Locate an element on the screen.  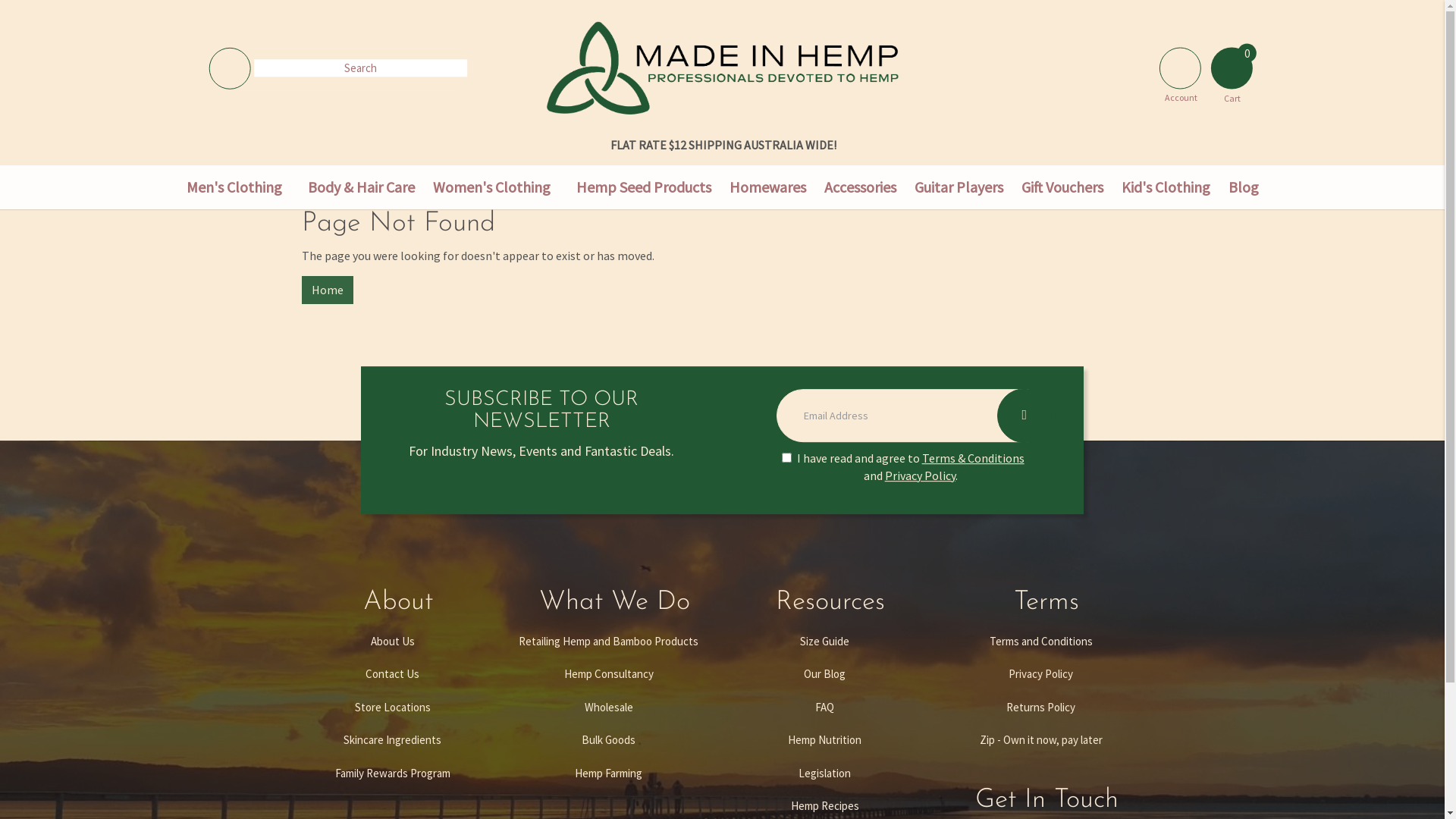
'Family Rewards Program' is located at coordinates (392, 773).